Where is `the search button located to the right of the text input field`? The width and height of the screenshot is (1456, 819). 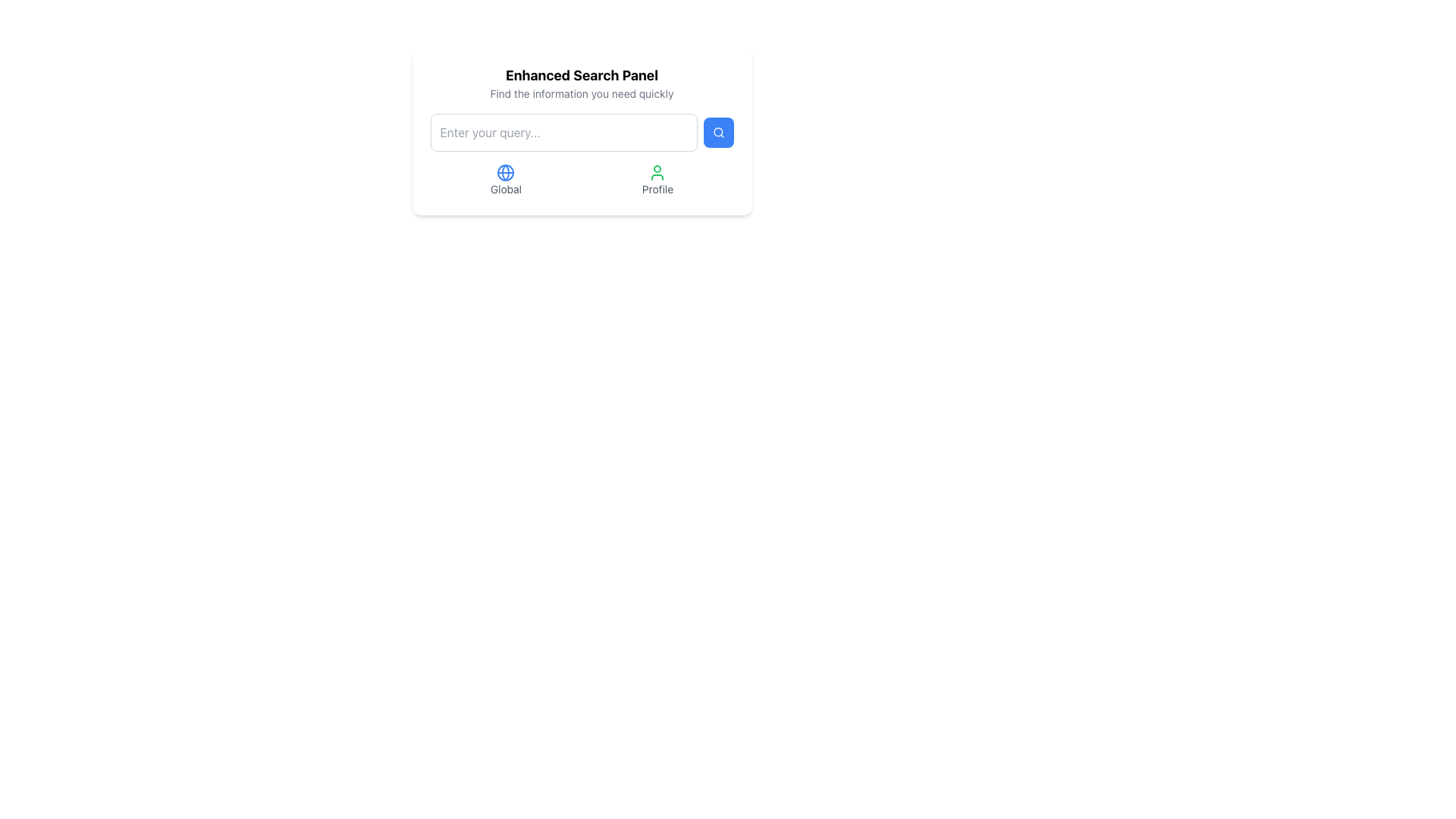
the search button located to the right of the text input field is located at coordinates (717, 131).